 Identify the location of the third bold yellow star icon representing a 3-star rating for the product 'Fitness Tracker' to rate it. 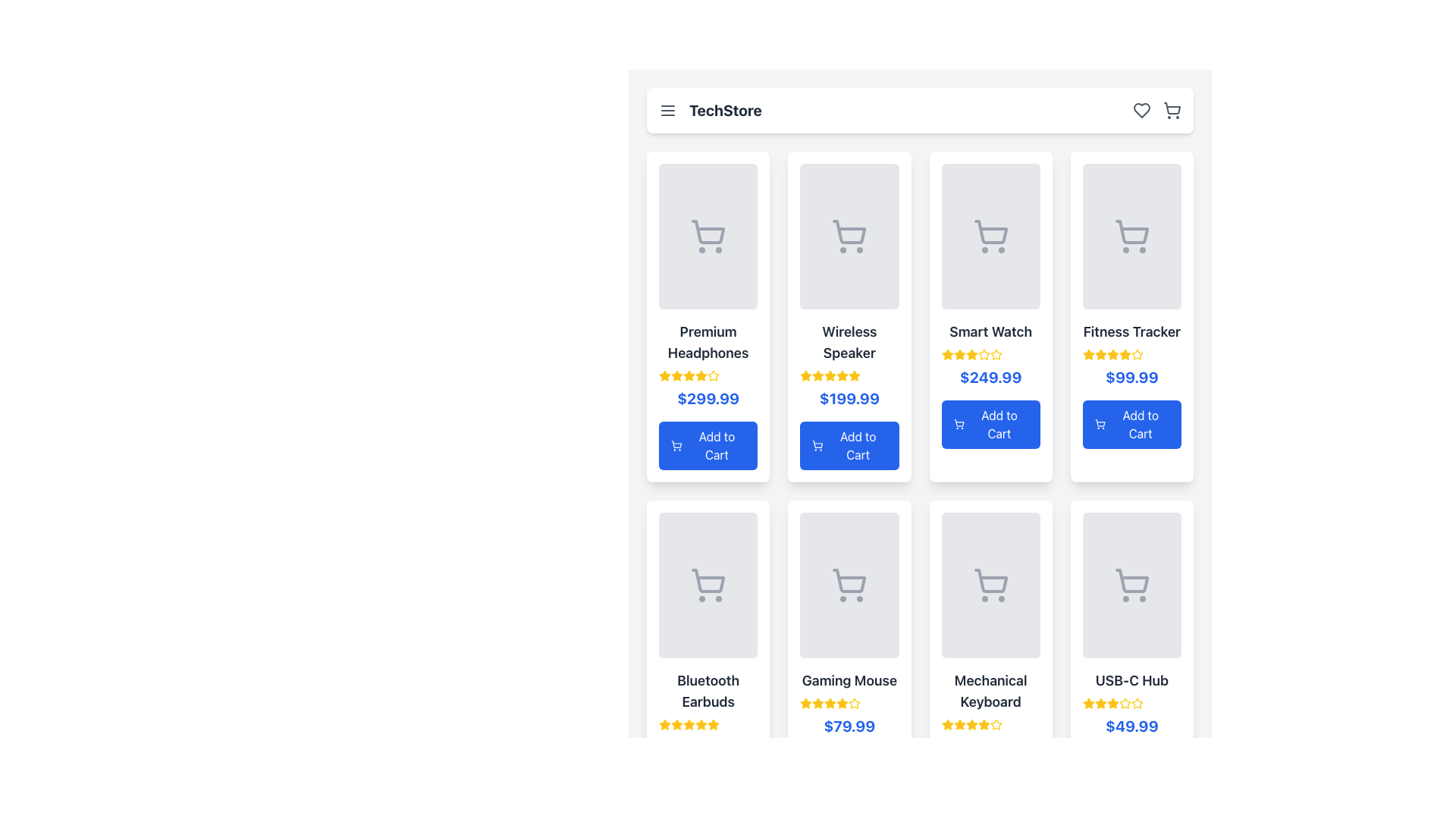
(1100, 354).